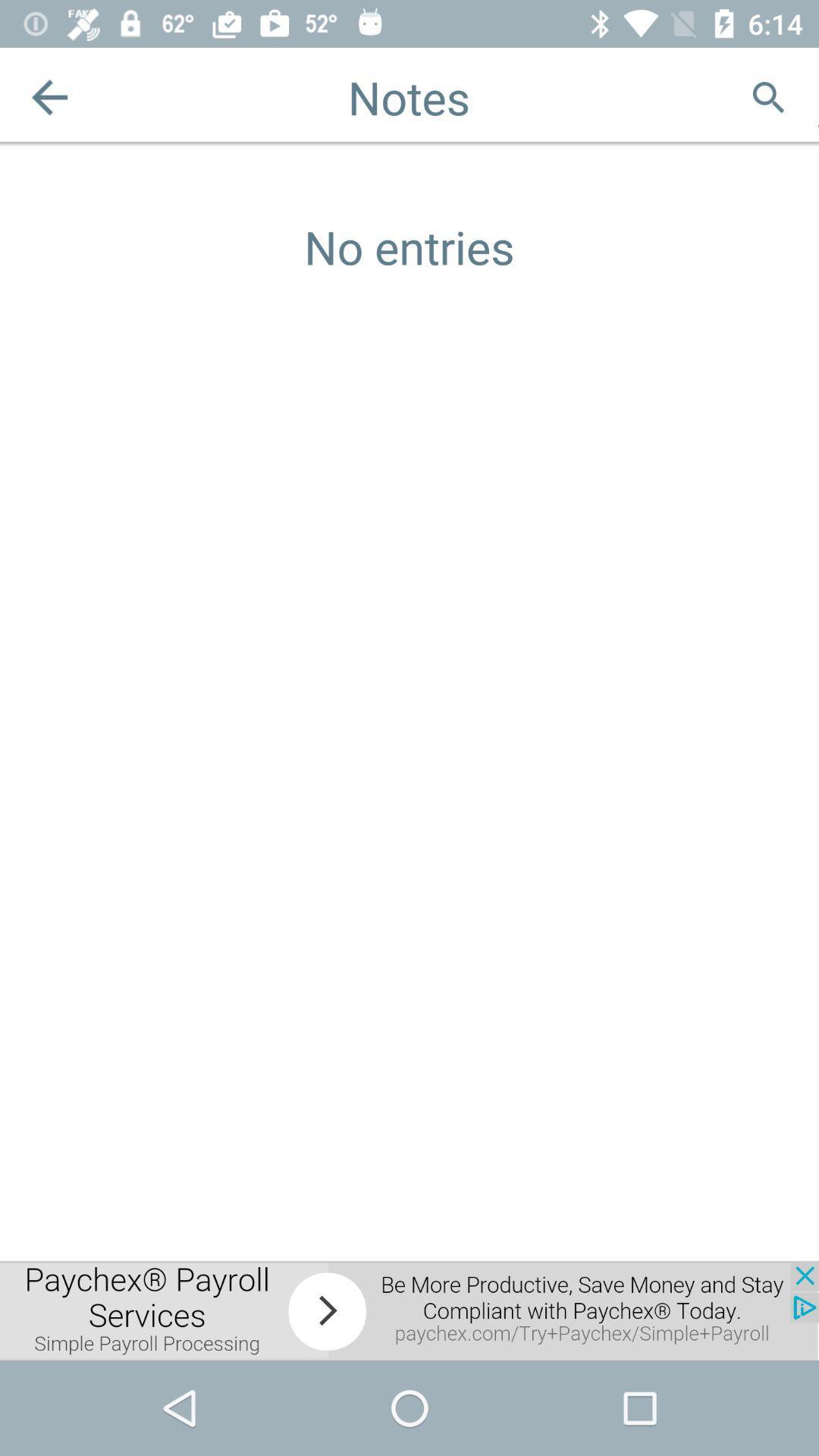 This screenshot has width=819, height=1456. I want to click on advertisement banner, so click(409, 1310).